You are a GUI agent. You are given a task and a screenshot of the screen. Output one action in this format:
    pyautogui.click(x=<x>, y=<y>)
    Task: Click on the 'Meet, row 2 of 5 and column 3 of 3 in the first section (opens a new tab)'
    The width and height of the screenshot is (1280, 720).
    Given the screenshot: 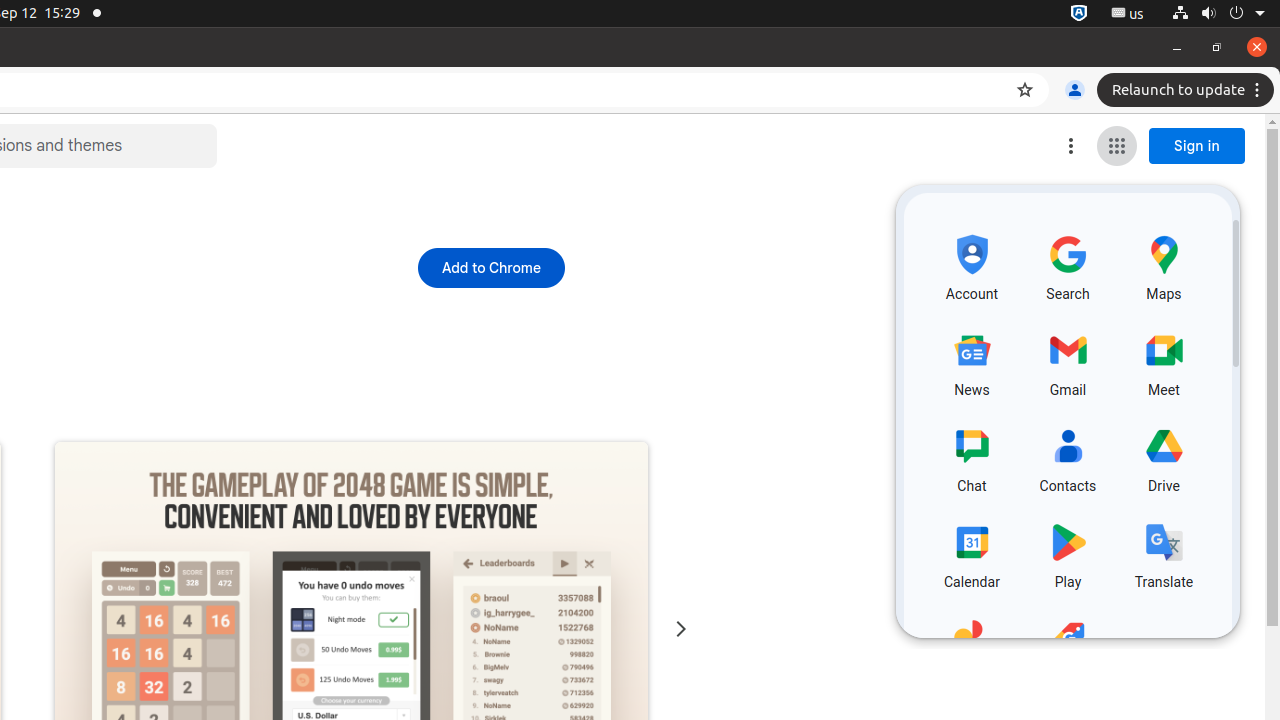 What is the action you would take?
    pyautogui.click(x=1164, y=361)
    